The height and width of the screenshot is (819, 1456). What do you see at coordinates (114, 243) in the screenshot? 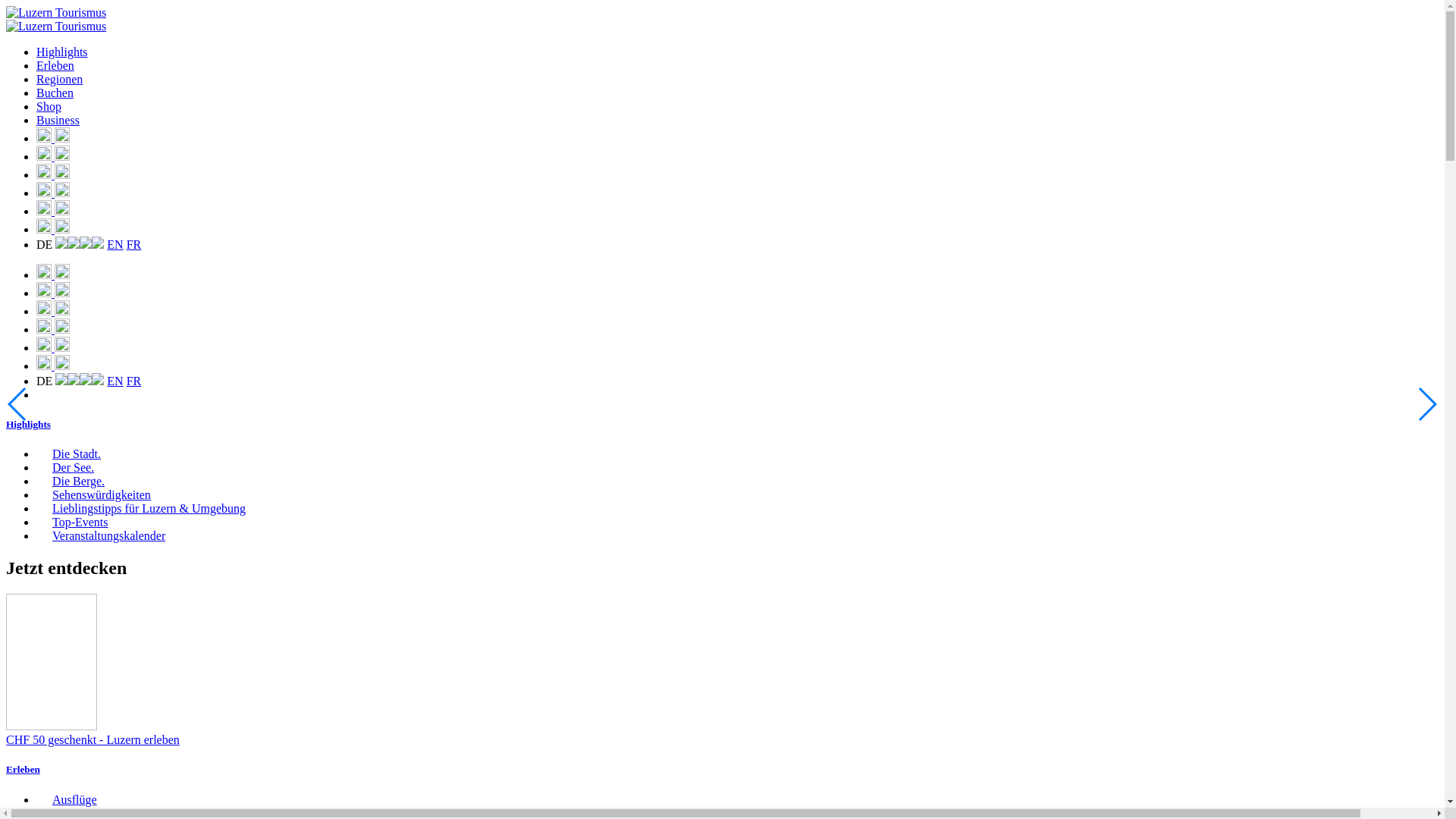
I see `'EN'` at bounding box center [114, 243].